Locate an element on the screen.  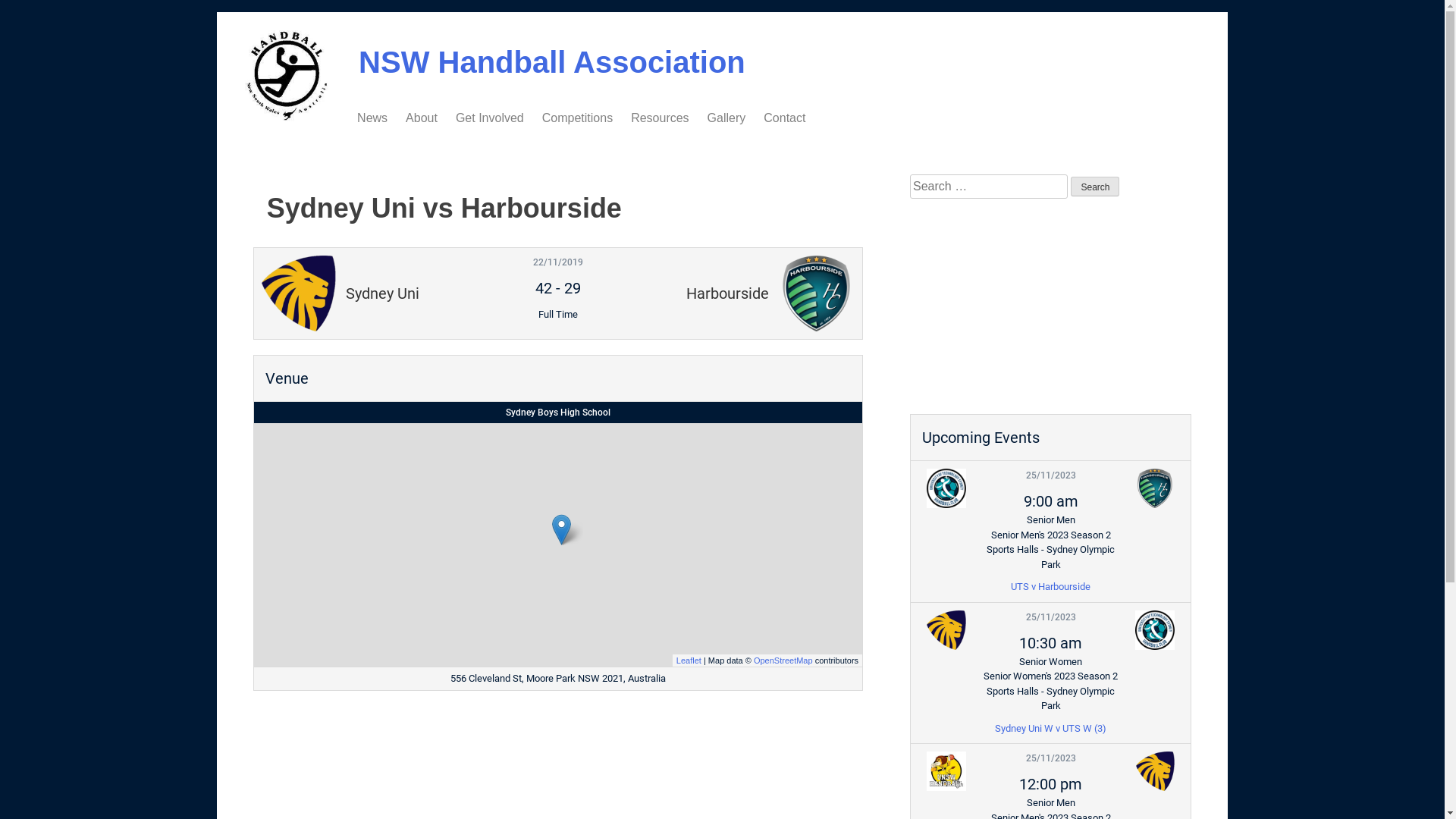
'UTS (w)' is located at coordinates (1127, 629).